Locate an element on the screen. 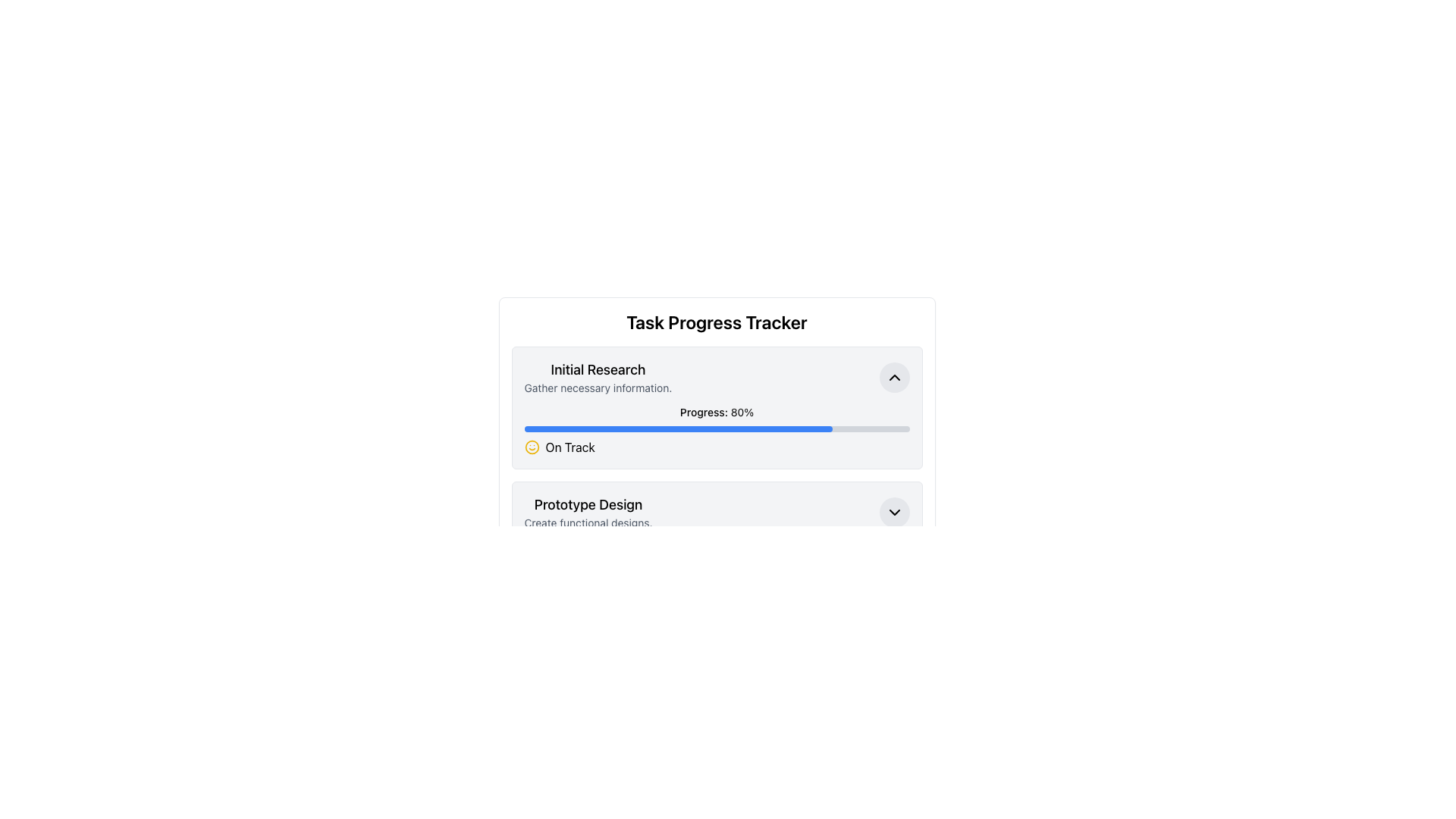  the downward pointing chevron icon button with a light gray background, which is located to the far right in the row with the text 'Prototype Design' and 'Create functional designs.' This button toggles the section is located at coordinates (894, 512).